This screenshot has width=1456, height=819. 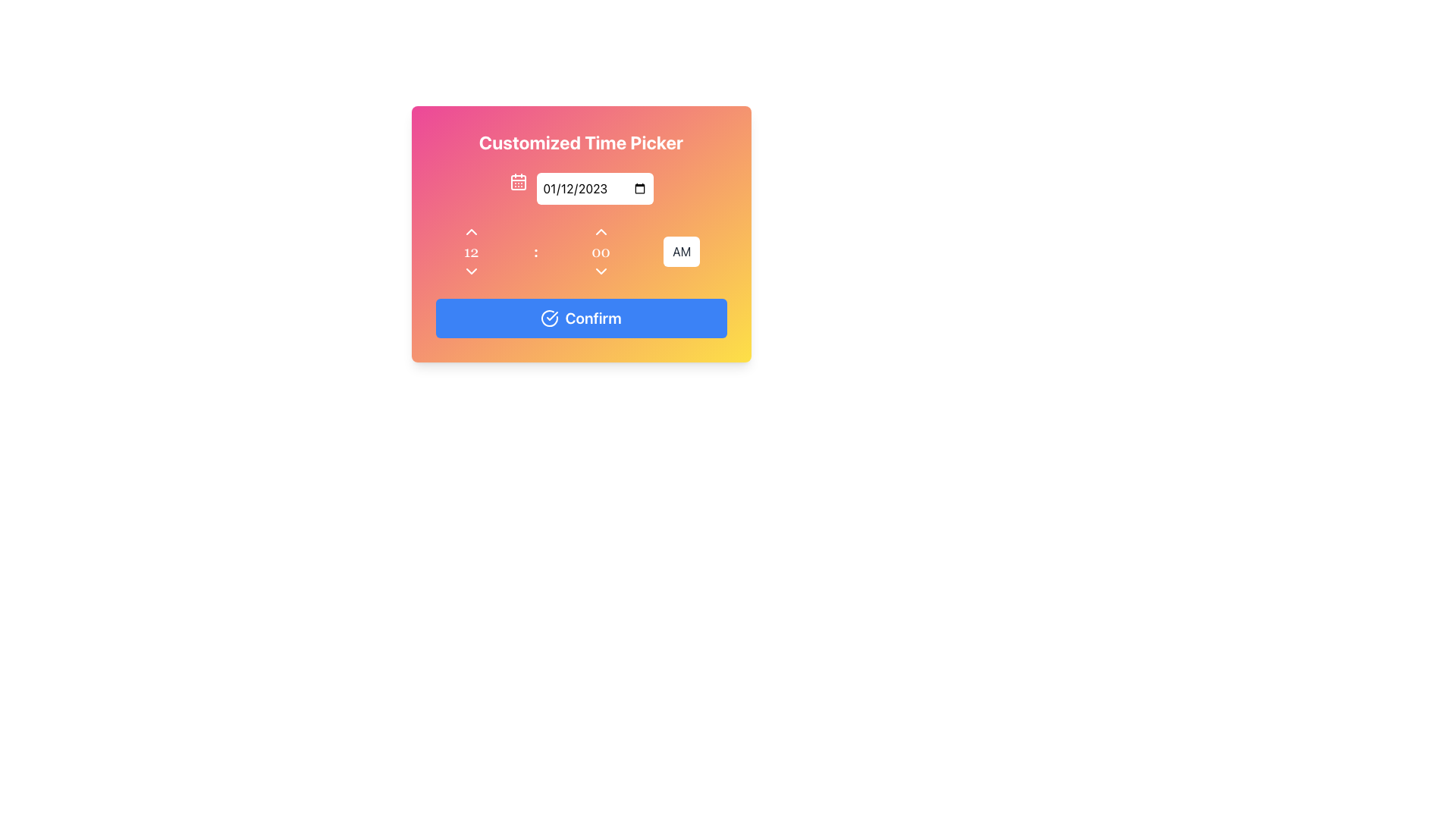 I want to click on the icon associated with the 'Confirm' button, which is positioned to the left of the text and centered vertically, so click(x=549, y=318).